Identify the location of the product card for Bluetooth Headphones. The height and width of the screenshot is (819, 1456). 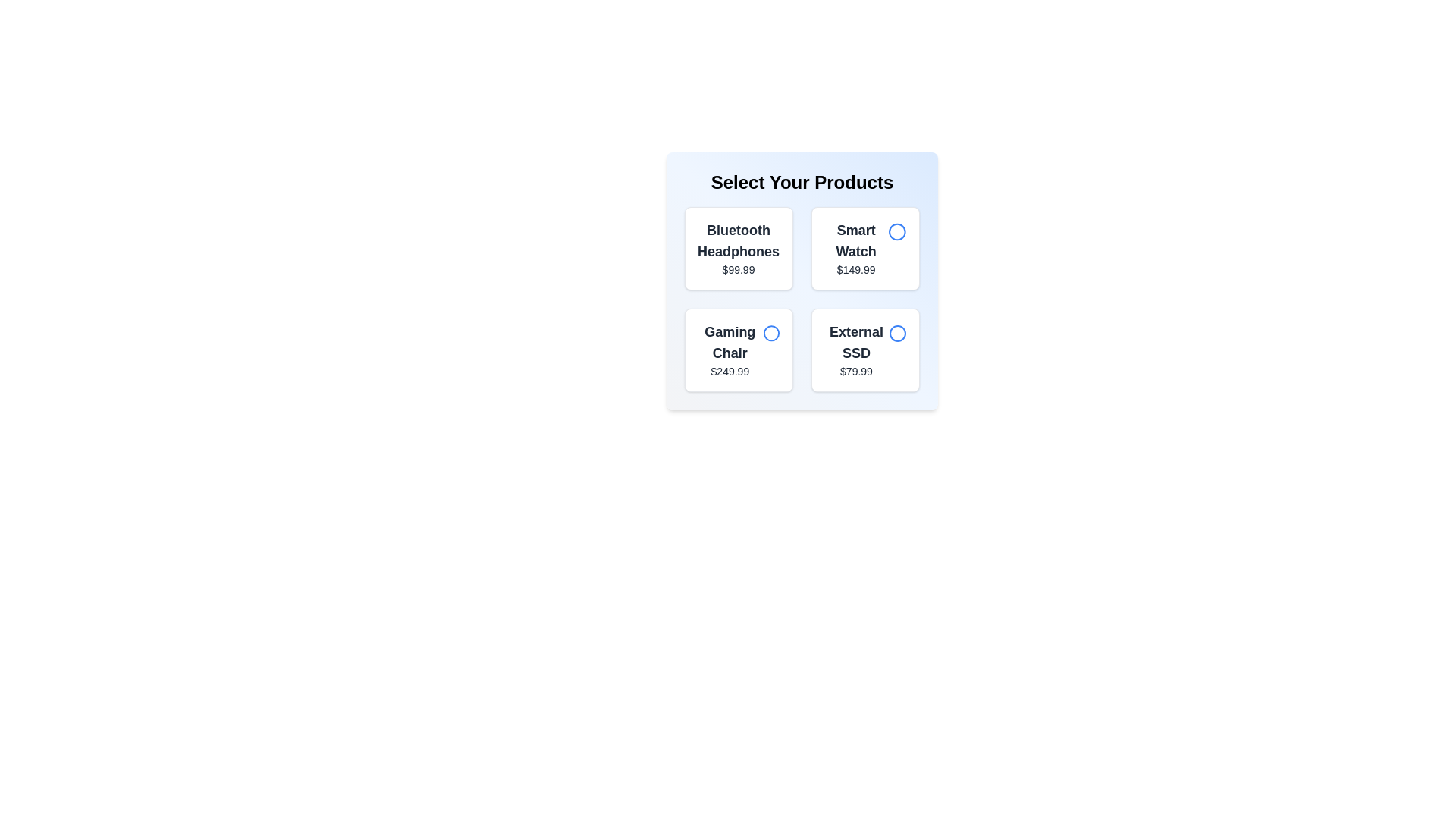
(739, 247).